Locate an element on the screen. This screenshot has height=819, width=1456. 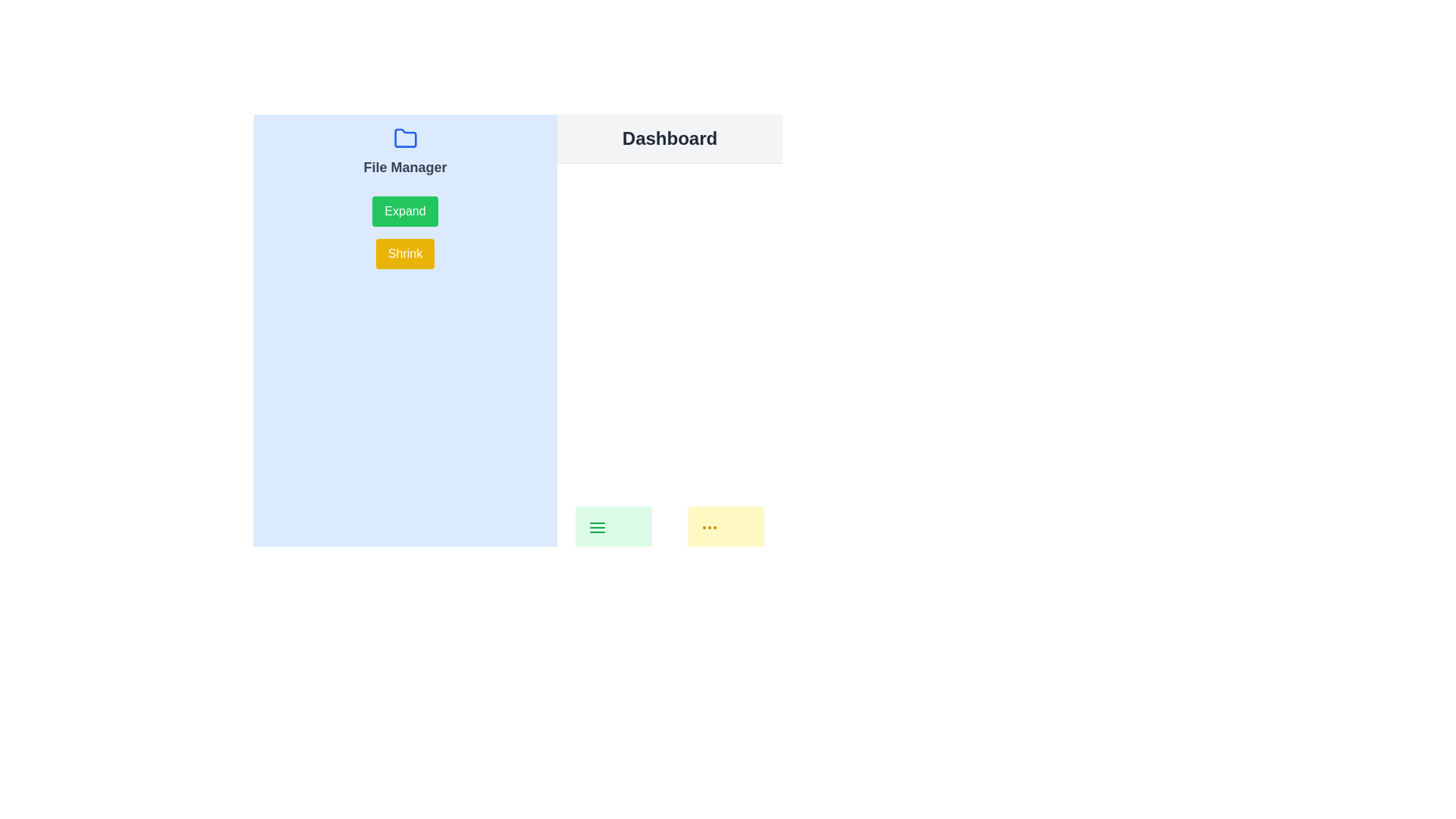
the green icon representing a menu button with three horizontal lines, located at the center of the 'Active Tasks' tile is located at coordinates (596, 526).